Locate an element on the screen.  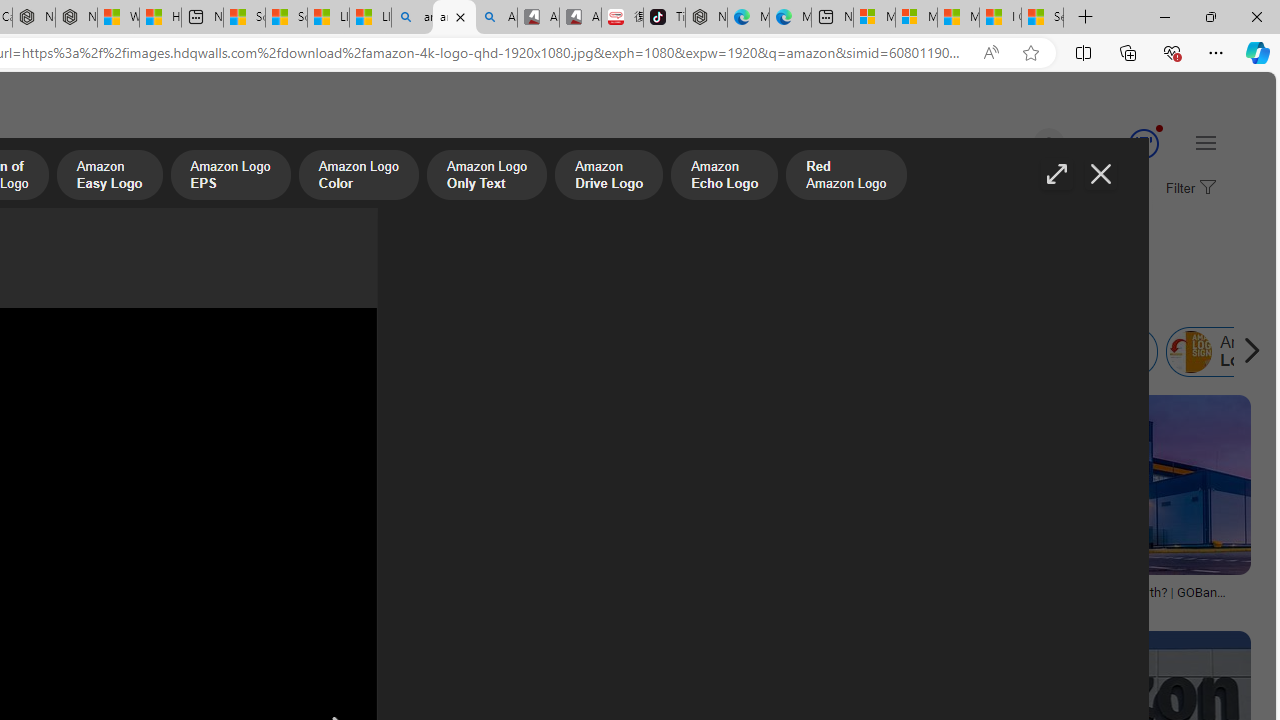
'Amazon Login' is located at coordinates (1191, 351).